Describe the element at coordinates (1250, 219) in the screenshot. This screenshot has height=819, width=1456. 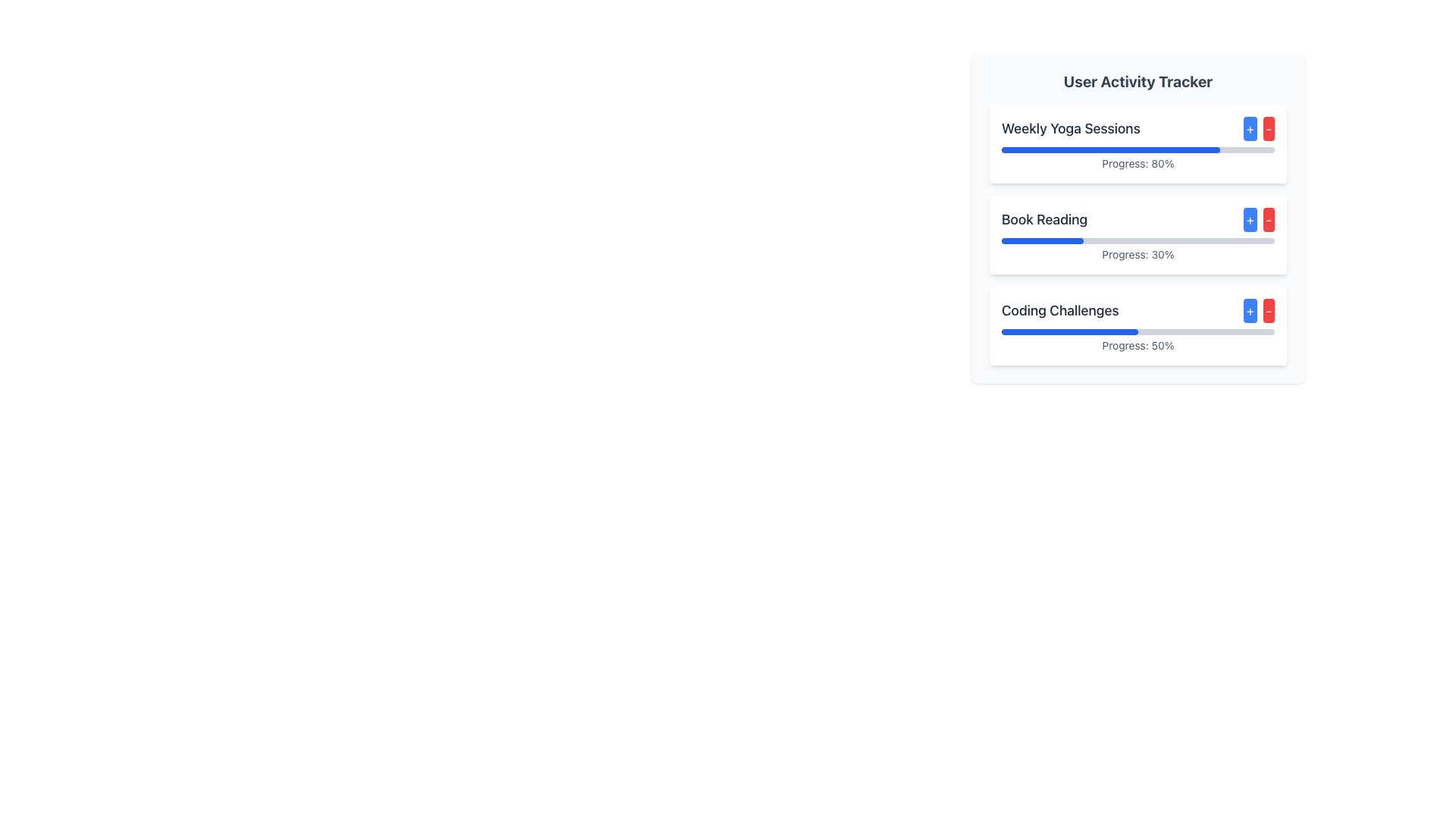
I see `the small rectangular blue button with a white plus sign ('+') located on the right-hand side of the 'Book Reading' section to increment the activity count` at that location.